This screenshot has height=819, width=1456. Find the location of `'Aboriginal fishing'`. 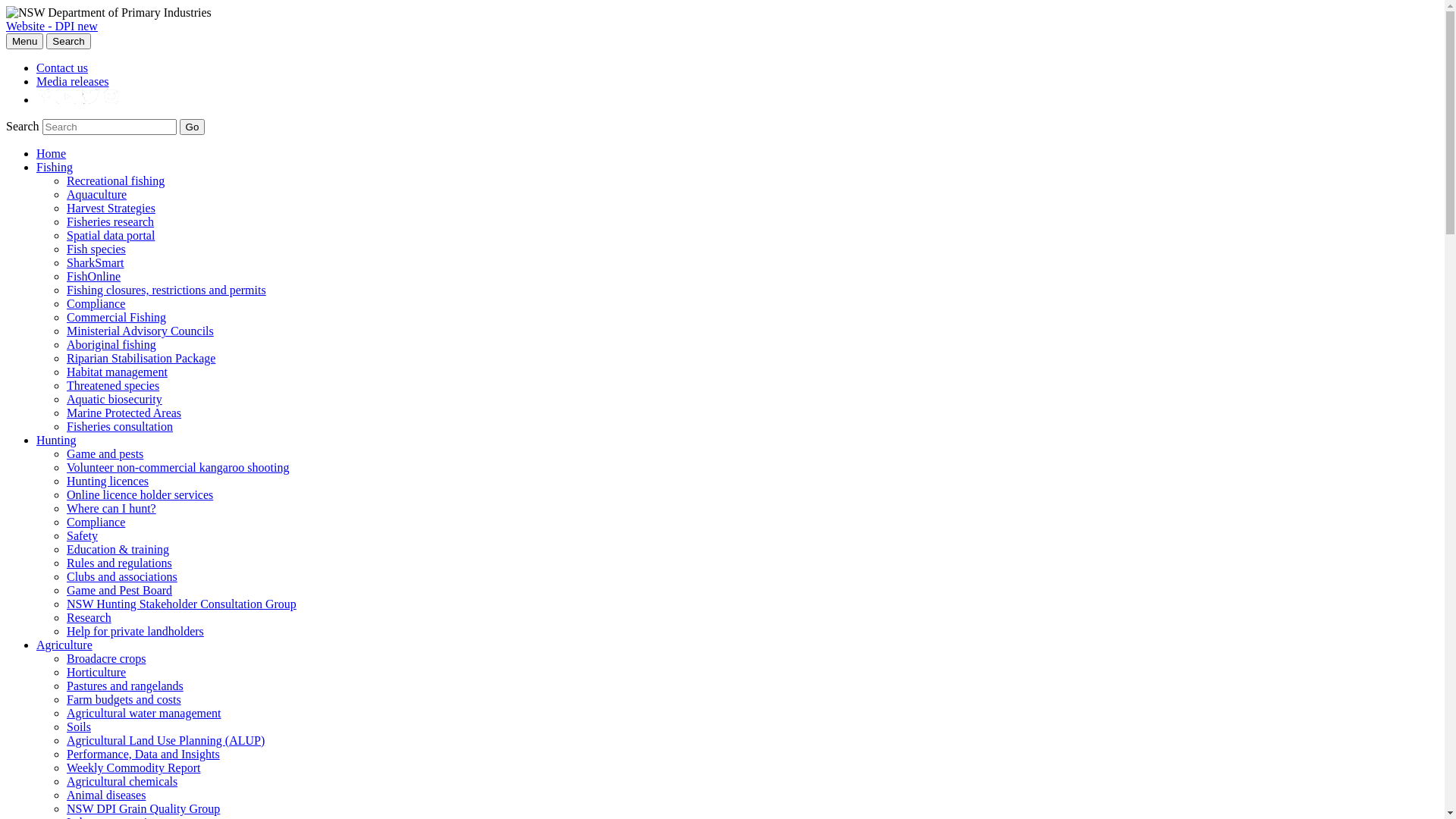

'Aboriginal fishing' is located at coordinates (111, 344).